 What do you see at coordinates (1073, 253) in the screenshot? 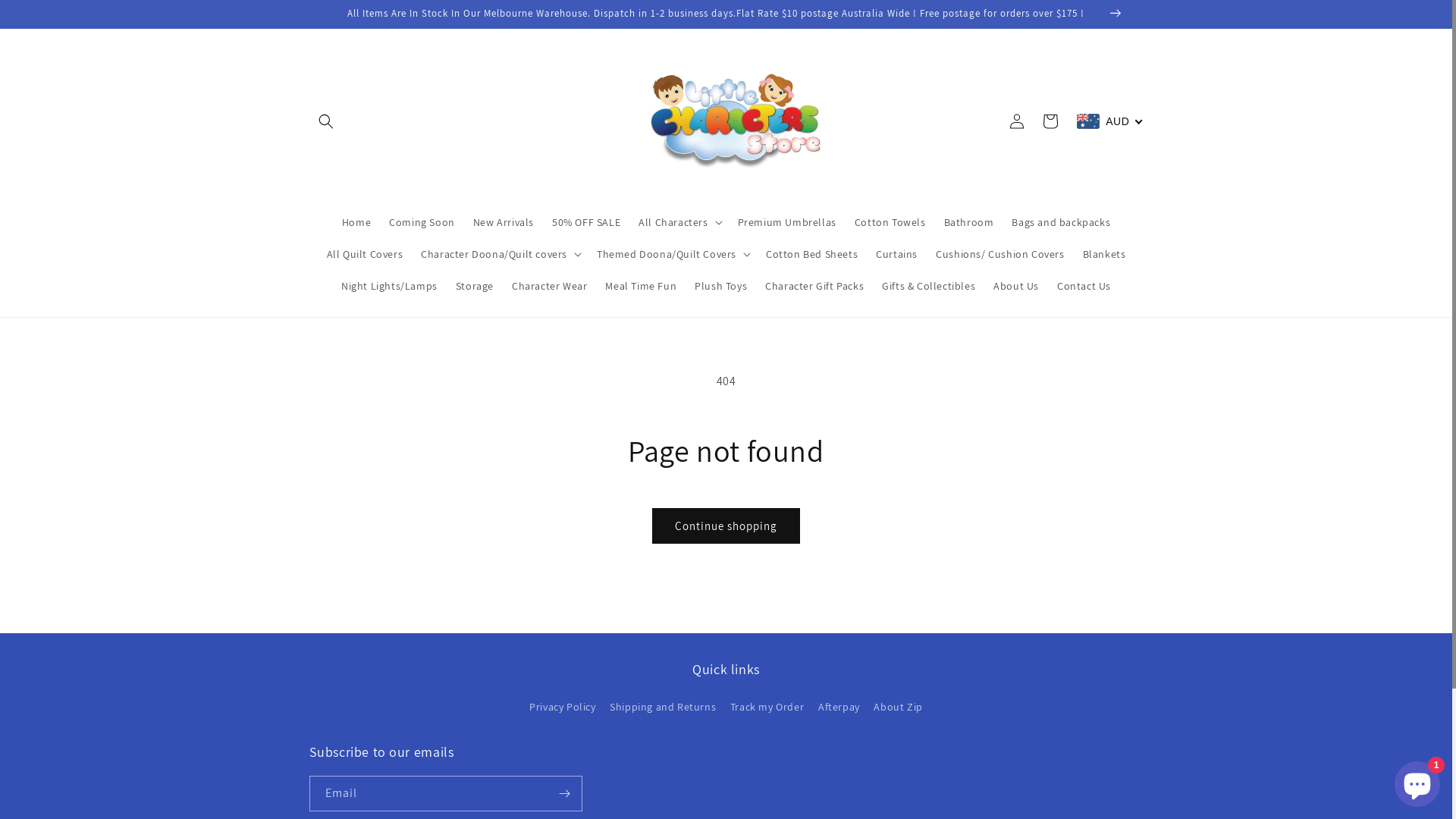
I see `'Blankets'` at bounding box center [1073, 253].